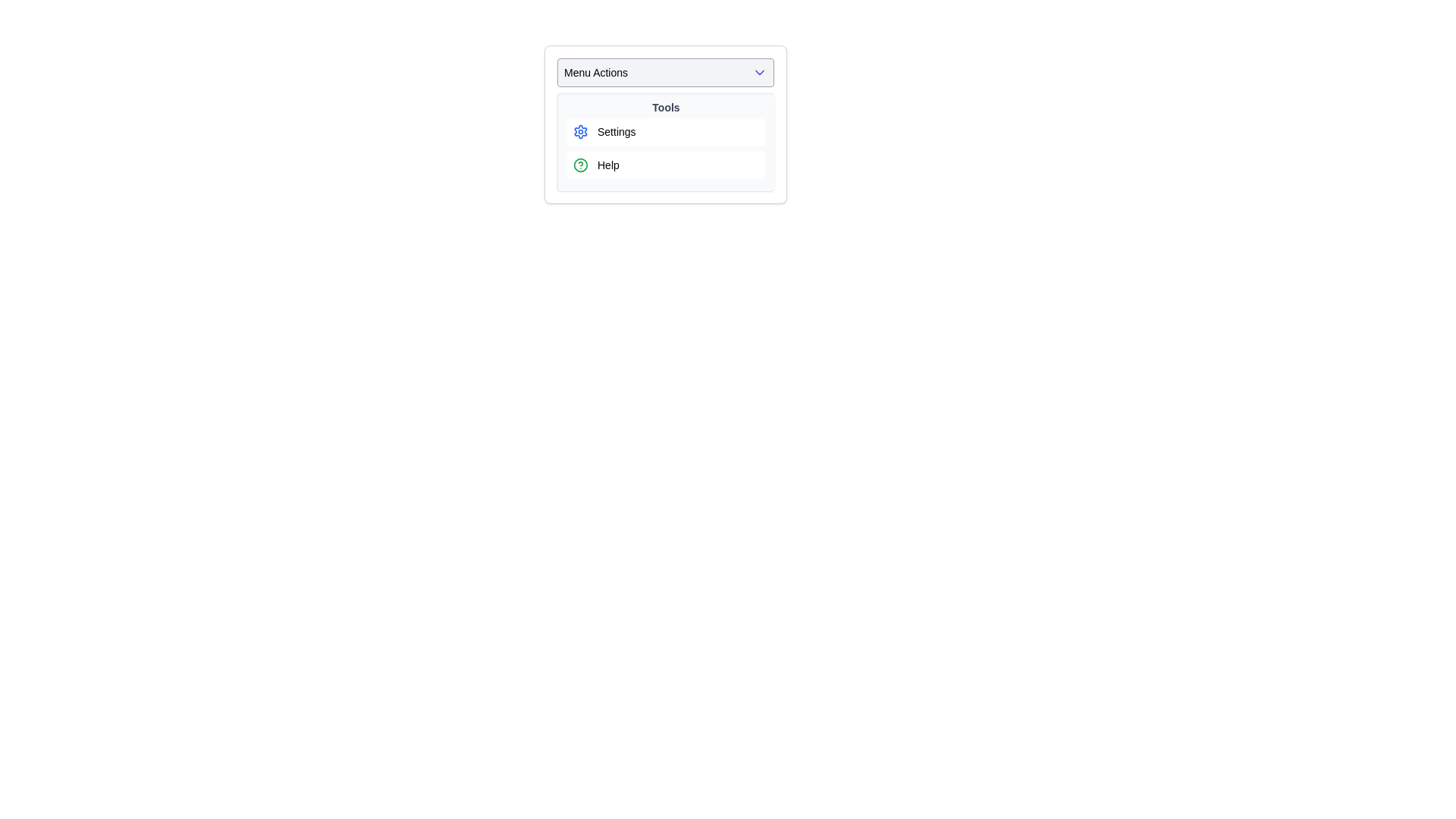 The width and height of the screenshot is (1456, 819). What do you see at coordinates (580, 165) in the screenshot?
I see `the green circular outline element, which is part of the 'Help' option in the dropdown menu located at the top-left corner of the entry` at bounding box center [580, 165].